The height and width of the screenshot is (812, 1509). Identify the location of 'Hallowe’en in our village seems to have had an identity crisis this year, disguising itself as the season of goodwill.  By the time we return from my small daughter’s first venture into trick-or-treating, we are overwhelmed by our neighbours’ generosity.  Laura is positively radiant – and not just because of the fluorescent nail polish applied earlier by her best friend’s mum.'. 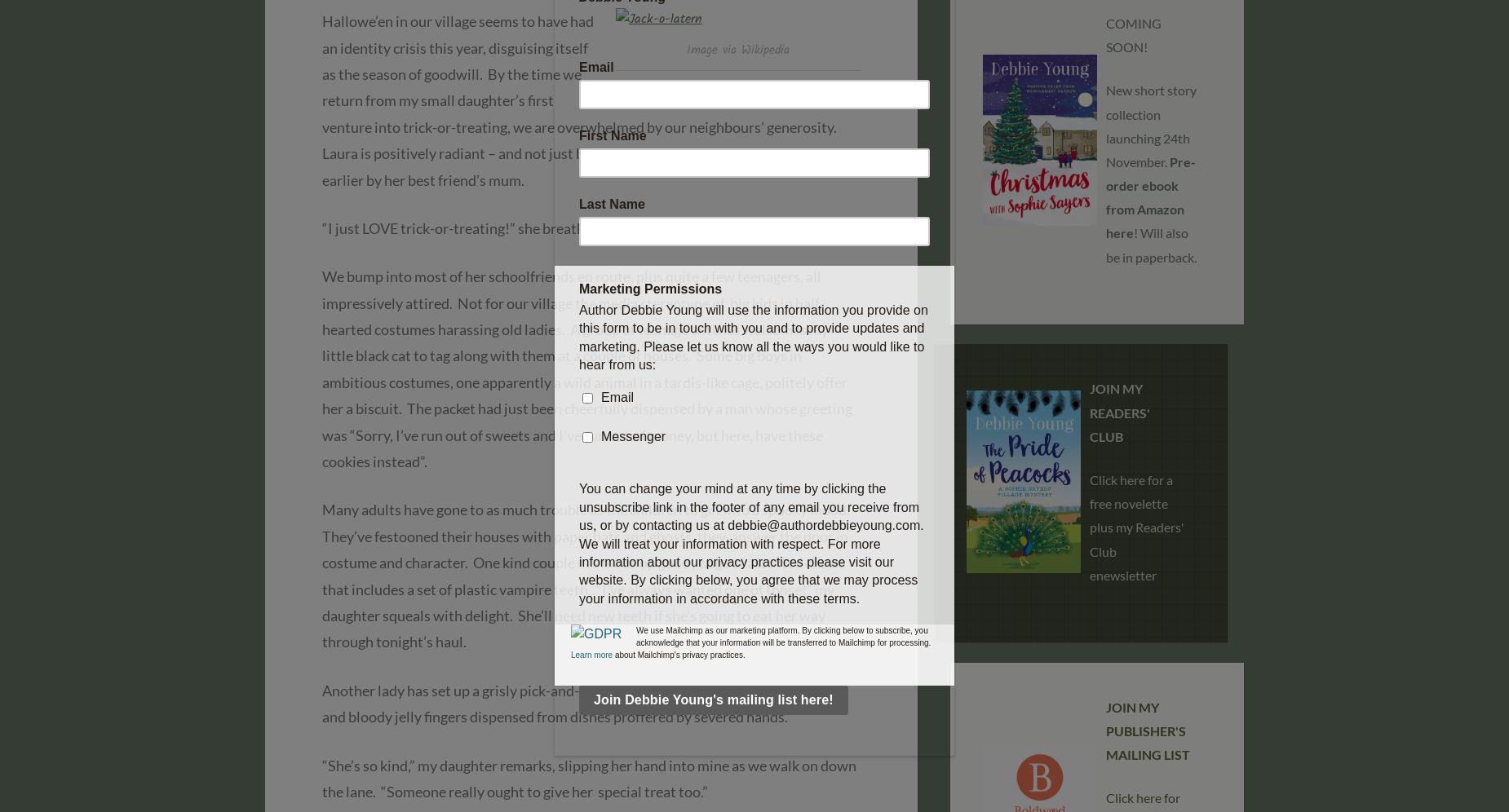
(321, 100).